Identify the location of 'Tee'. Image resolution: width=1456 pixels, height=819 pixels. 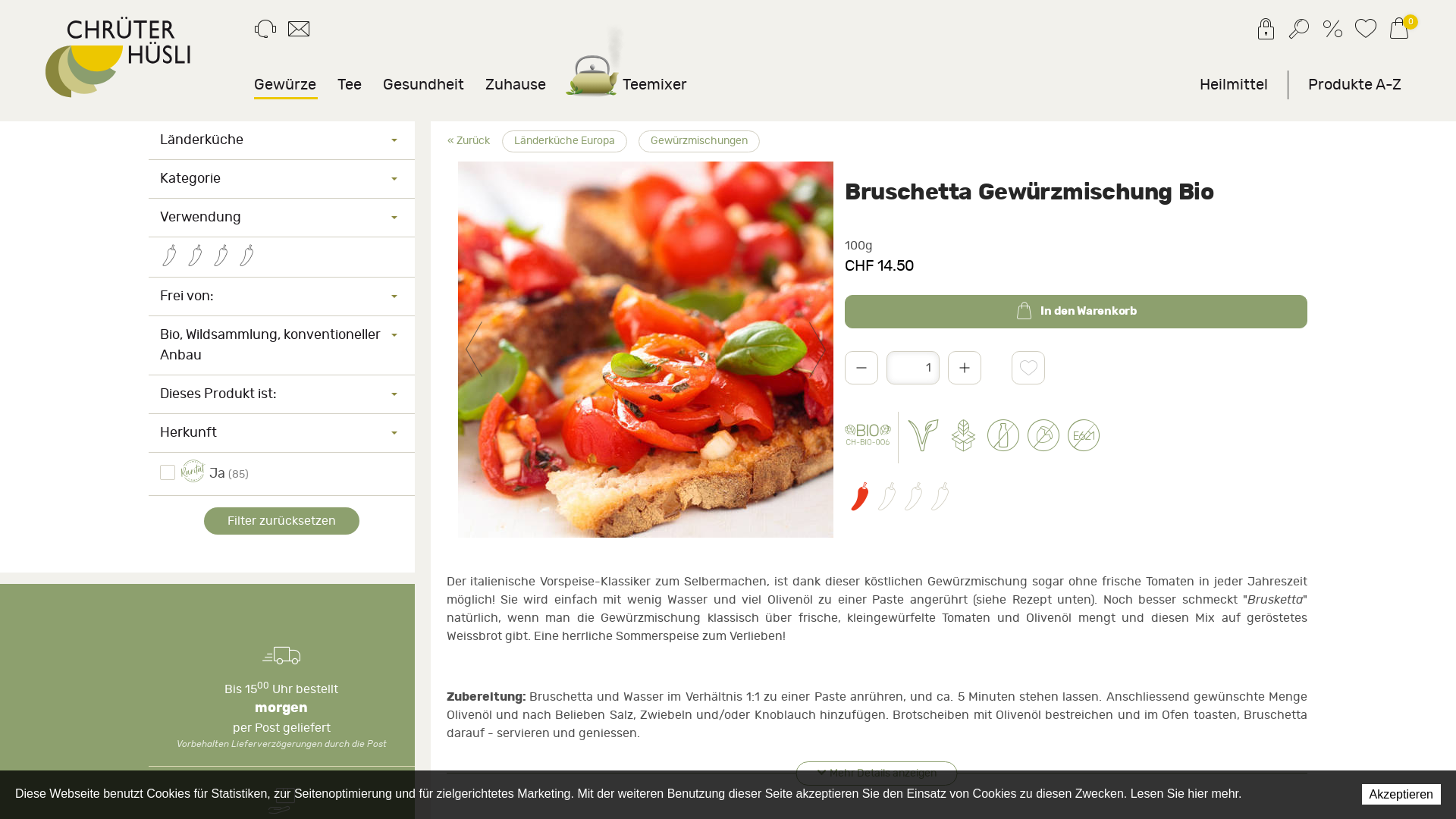
(348, 84).